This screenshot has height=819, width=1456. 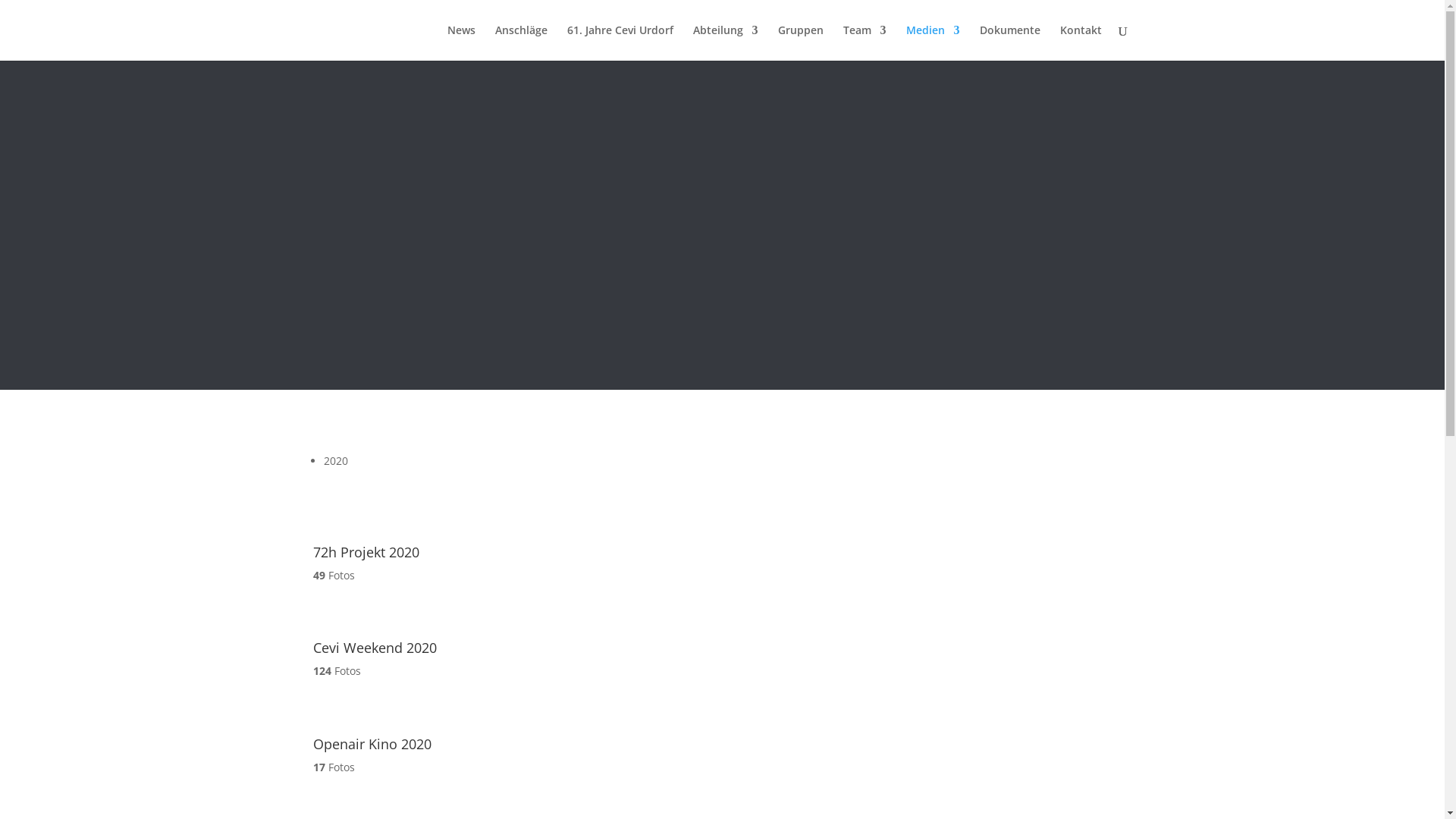 I want to click on 'News', so click(x=460, y=42).